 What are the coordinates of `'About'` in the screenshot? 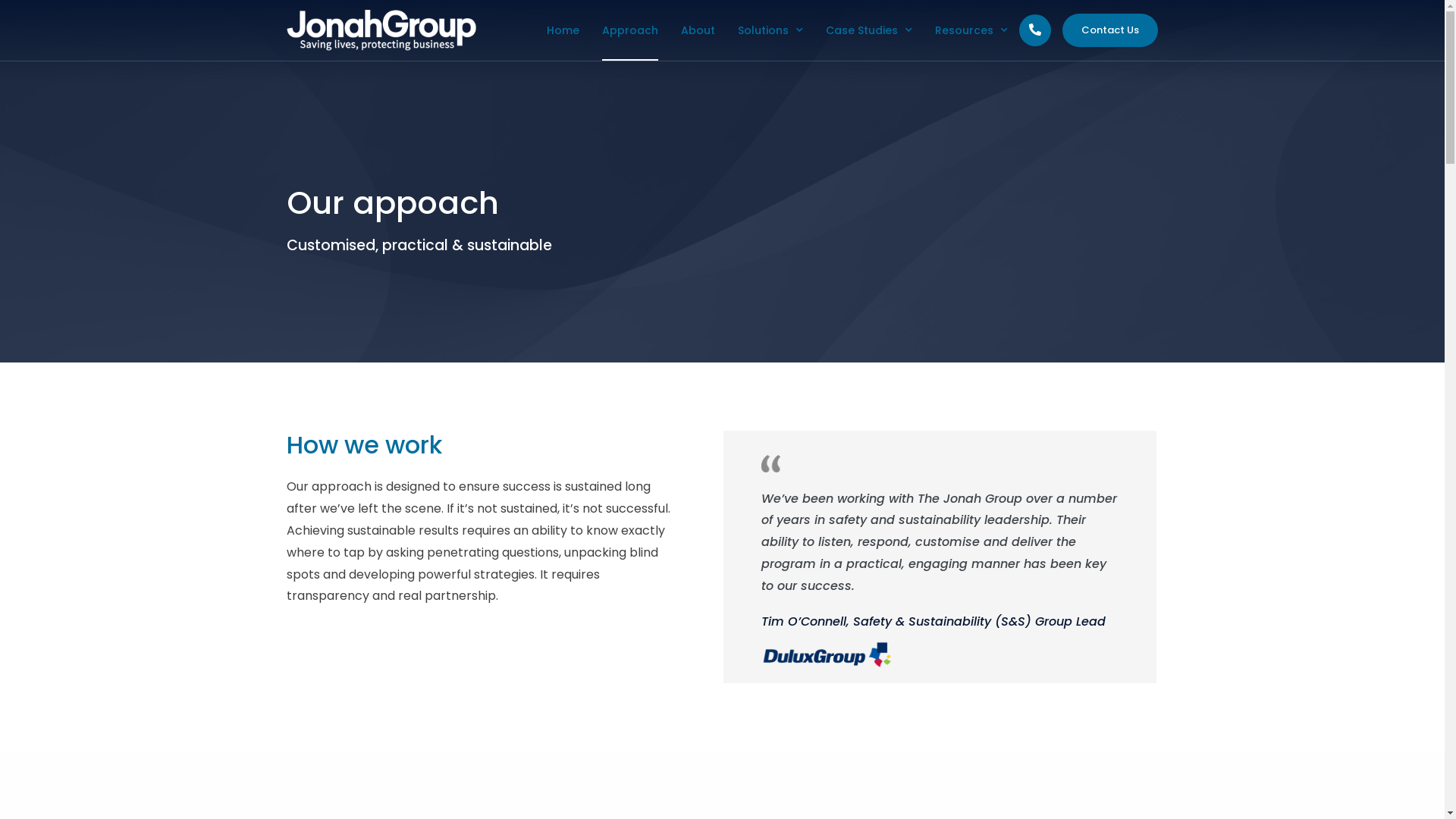 It's located at (679, 30).